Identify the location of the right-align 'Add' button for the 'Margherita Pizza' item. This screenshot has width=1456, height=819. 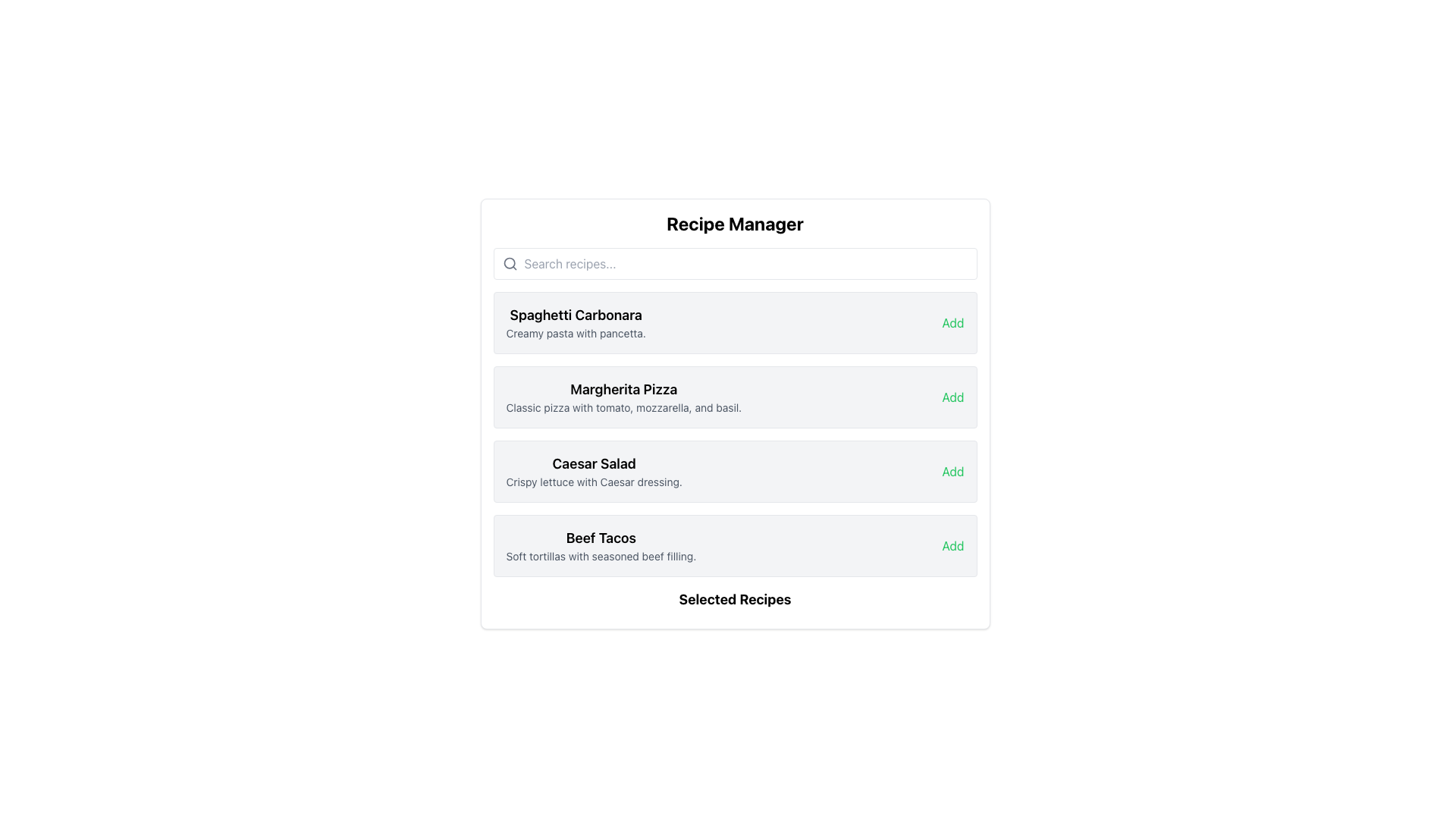
(952, 397).